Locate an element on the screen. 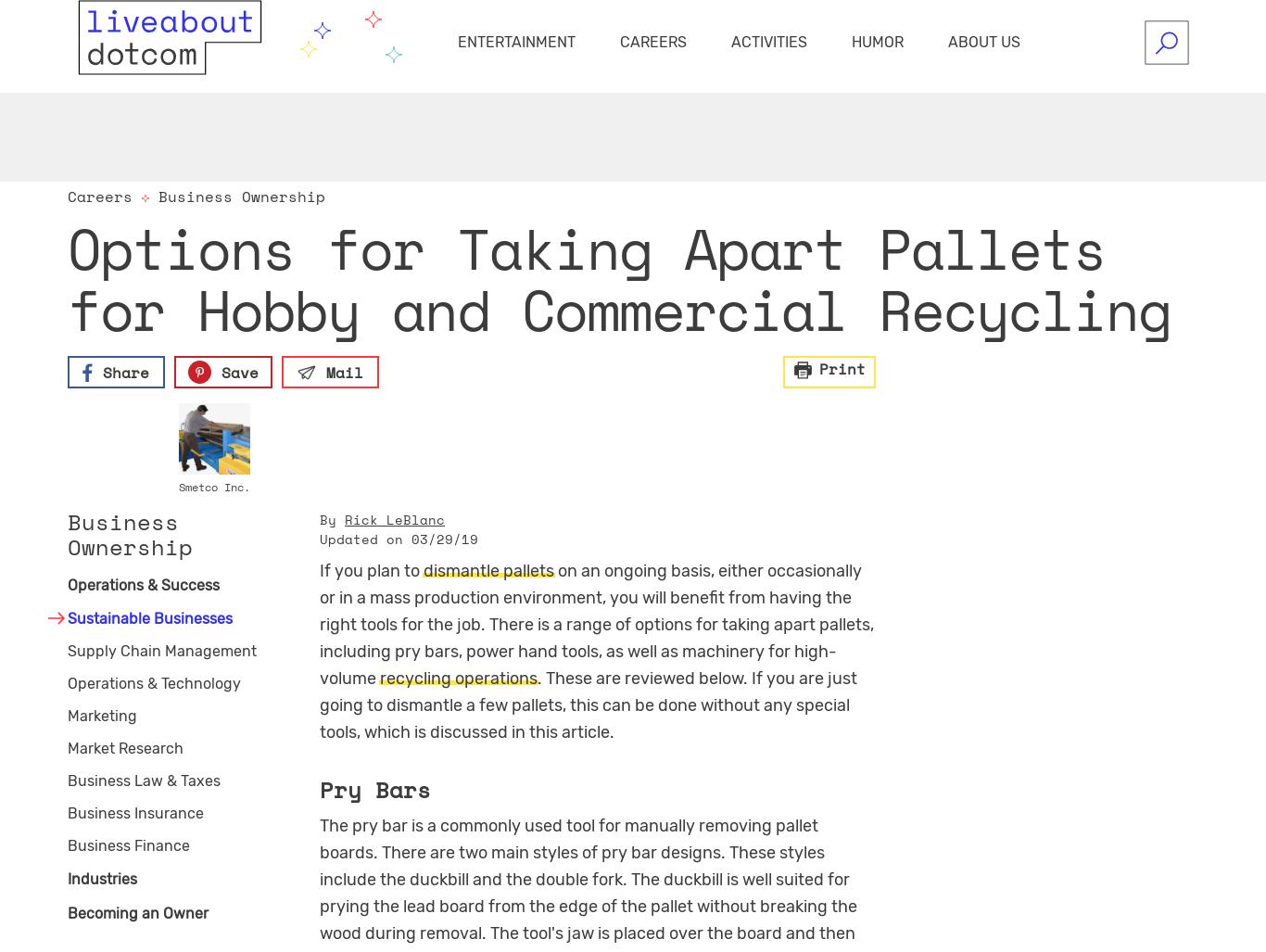 The height and width of the screenshot is (952, 1266). 'About Us' is located at coordinates (983, 41).